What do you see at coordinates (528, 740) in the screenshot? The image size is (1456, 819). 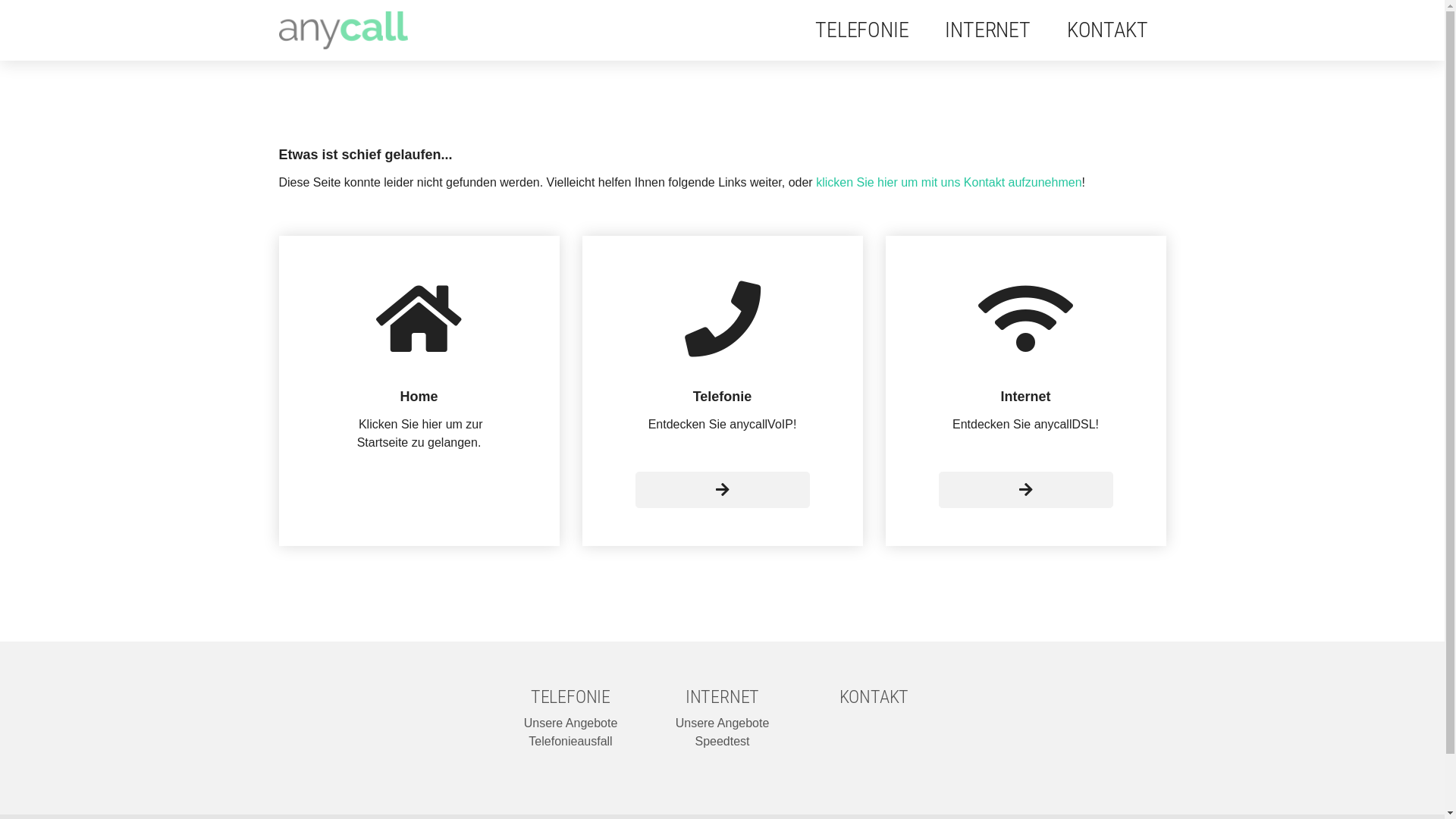 I see `'Telefonieausfall'` at bounding box center [528, 740].